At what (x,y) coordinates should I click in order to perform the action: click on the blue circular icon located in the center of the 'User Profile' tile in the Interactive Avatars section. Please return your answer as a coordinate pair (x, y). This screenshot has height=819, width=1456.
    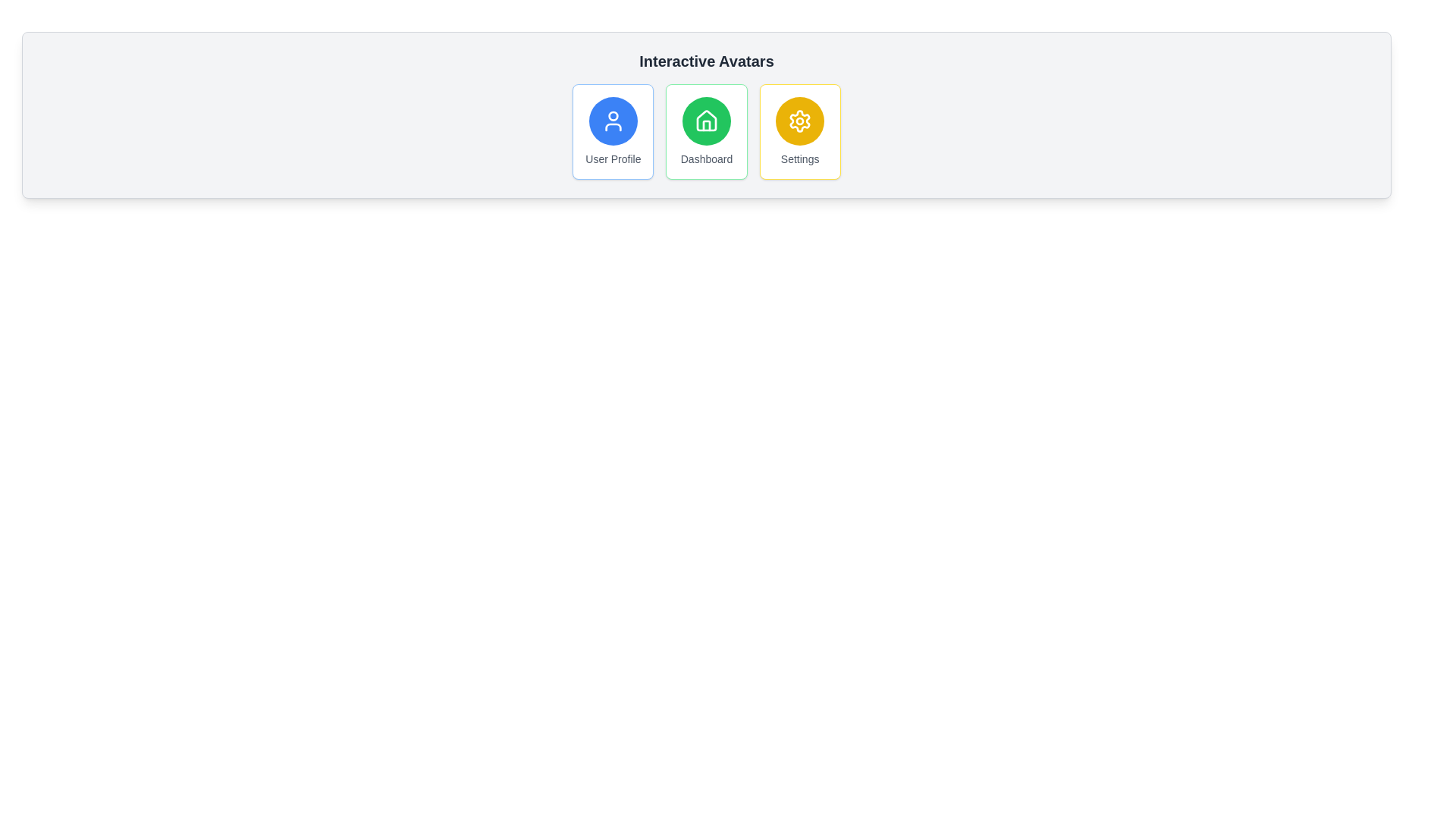
    Looking at the image, I should click on (613, 115).